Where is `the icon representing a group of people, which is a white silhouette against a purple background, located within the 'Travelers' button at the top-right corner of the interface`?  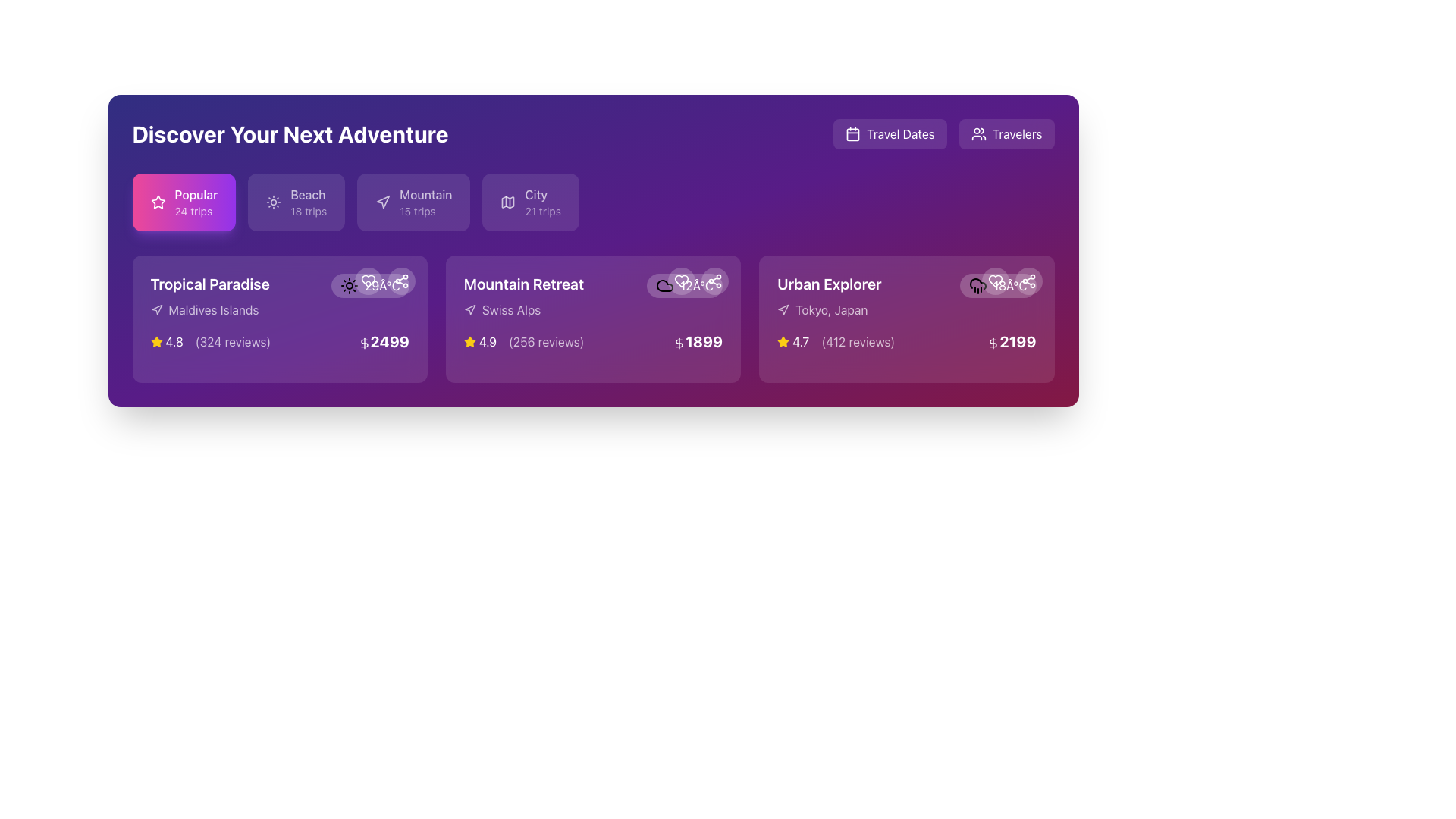
the icon representing a group of people, which is a white silhouette against a purple background, located within the 'Travelers' button at the top-right corner of the interface is located at coordinates (978, 133).